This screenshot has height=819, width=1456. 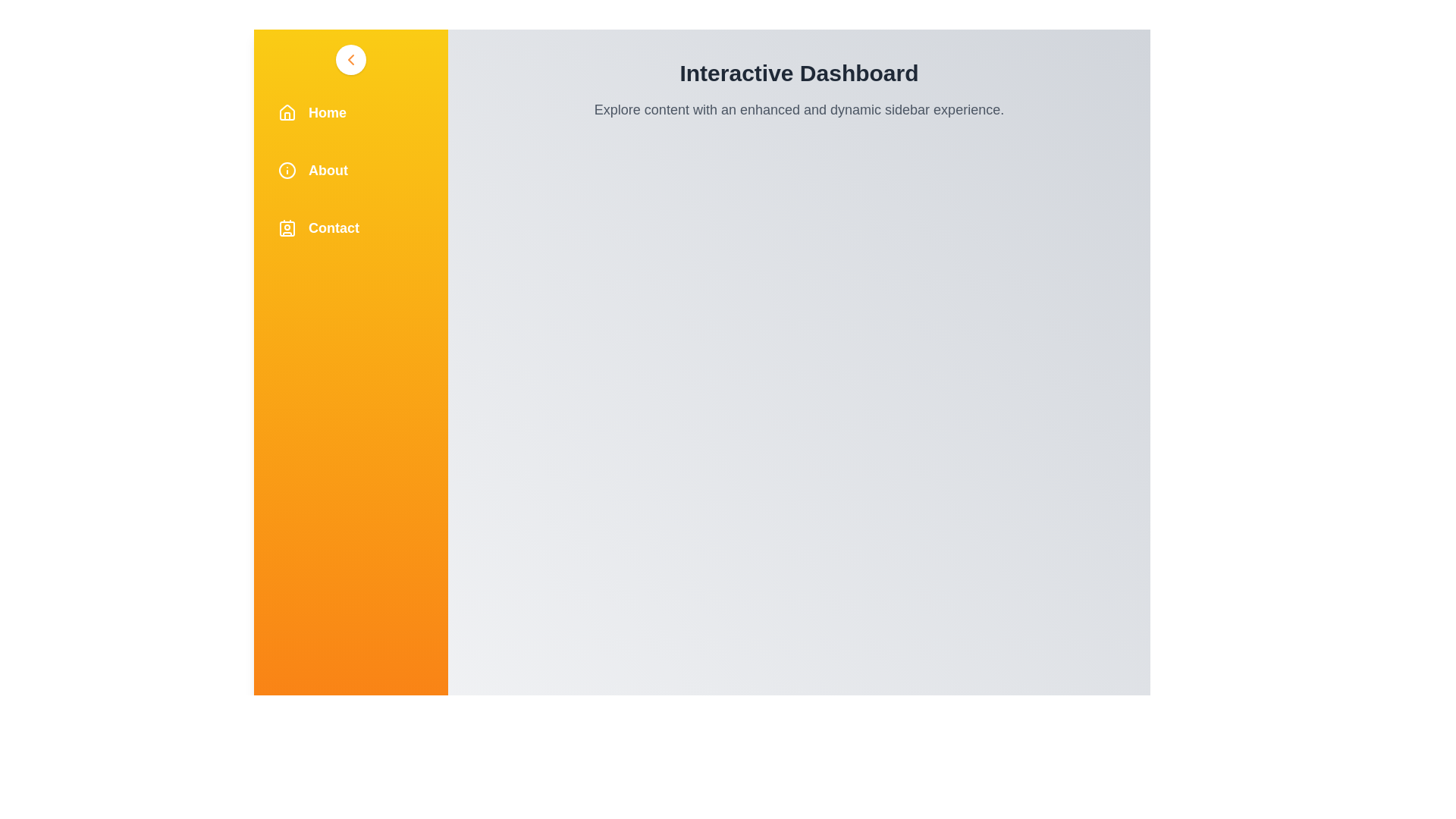 I want to click on sidebar toggle button to change the sidebar state, so click(x=350, y=58).